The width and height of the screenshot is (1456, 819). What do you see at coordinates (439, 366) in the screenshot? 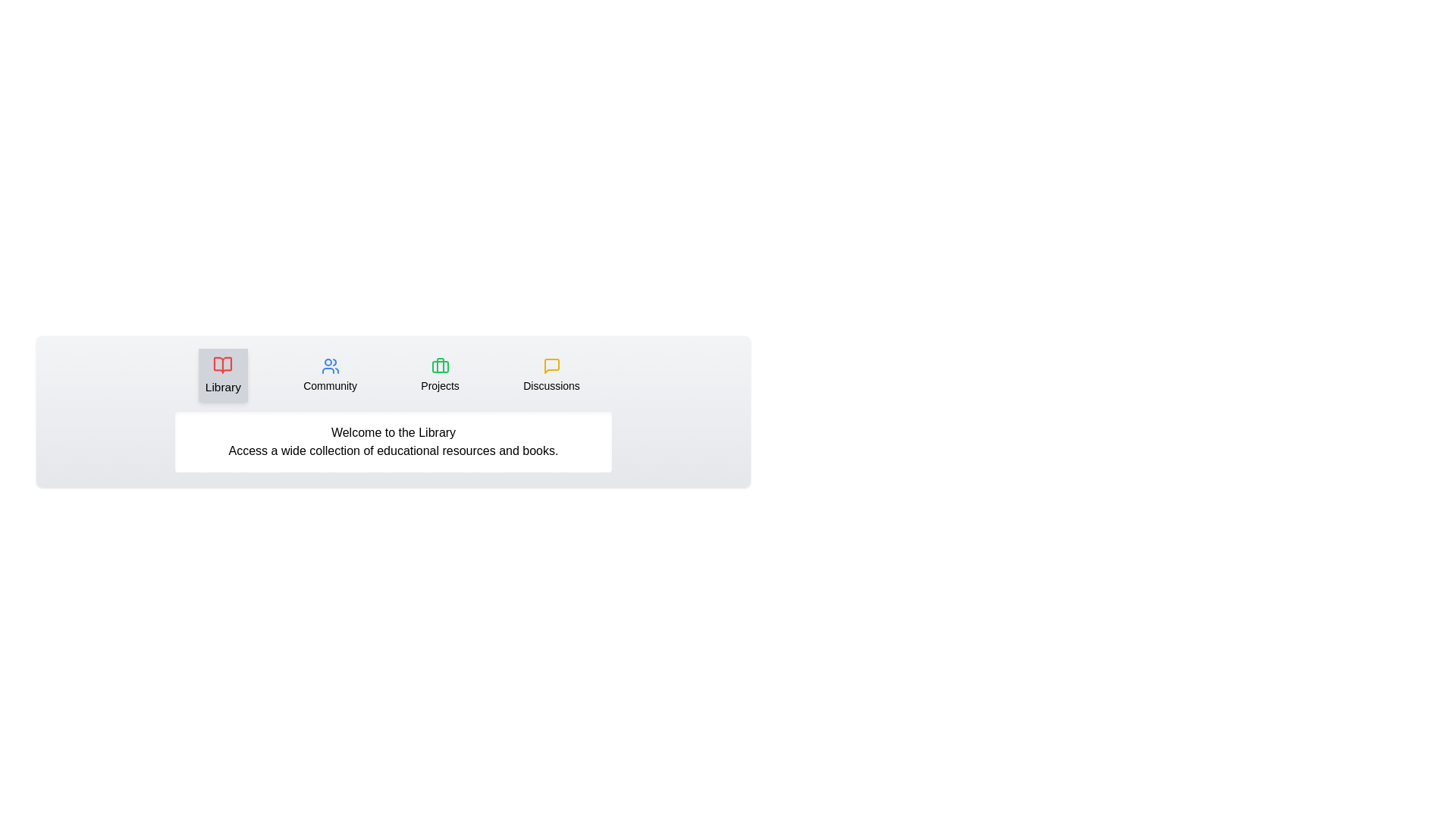
I see `the vertical line segment with rounded ends that is part of the briefcase-shaped icon labeled 'Library', located near its left vertical side` at bounding box center [439, 366].